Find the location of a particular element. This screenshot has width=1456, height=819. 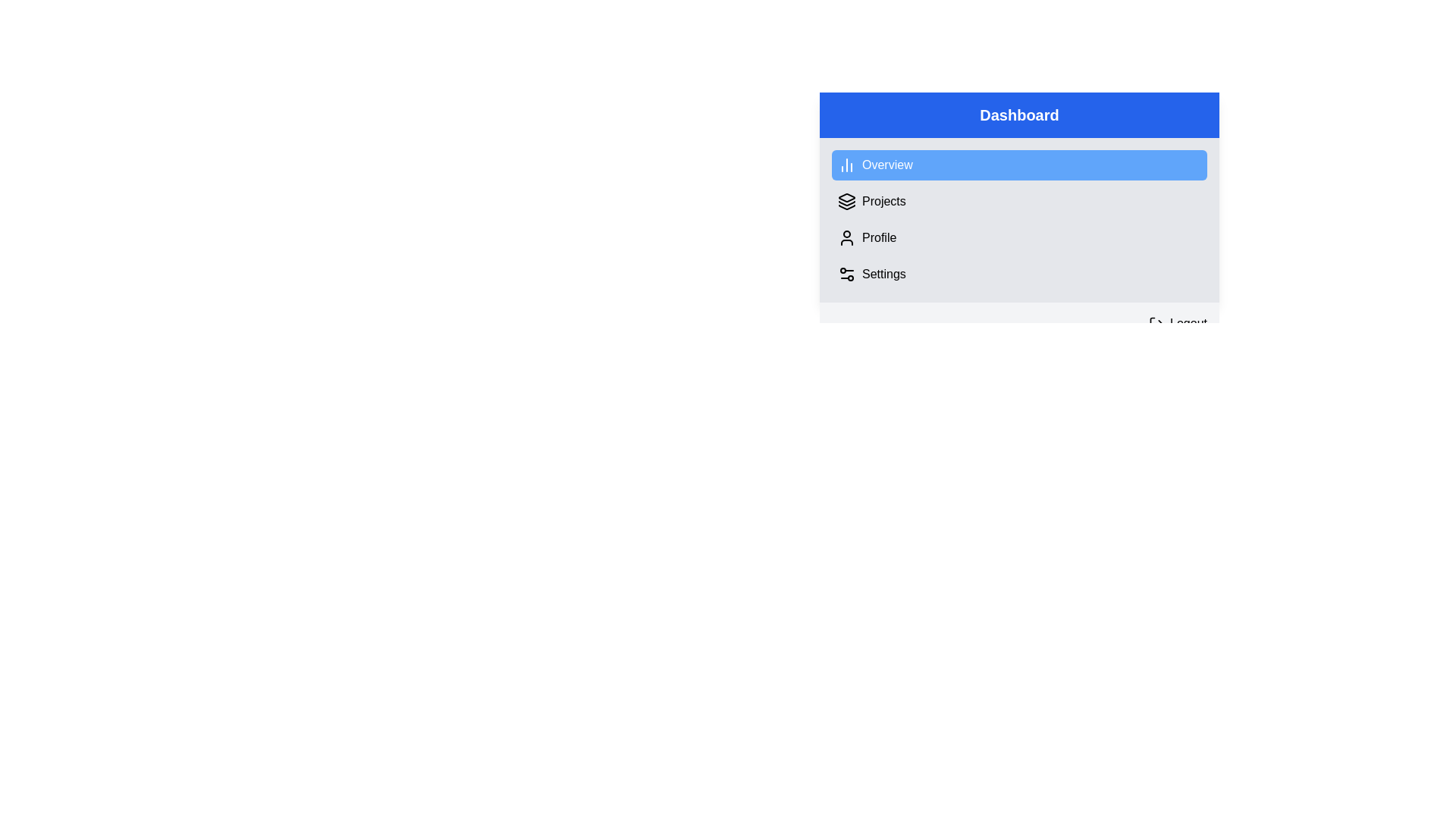

the graphical icon resembling a blue bar chart located to the left of the 'Overview' text within the 'Overview' button in the Dashboard section is located at coordinates (846, 165).